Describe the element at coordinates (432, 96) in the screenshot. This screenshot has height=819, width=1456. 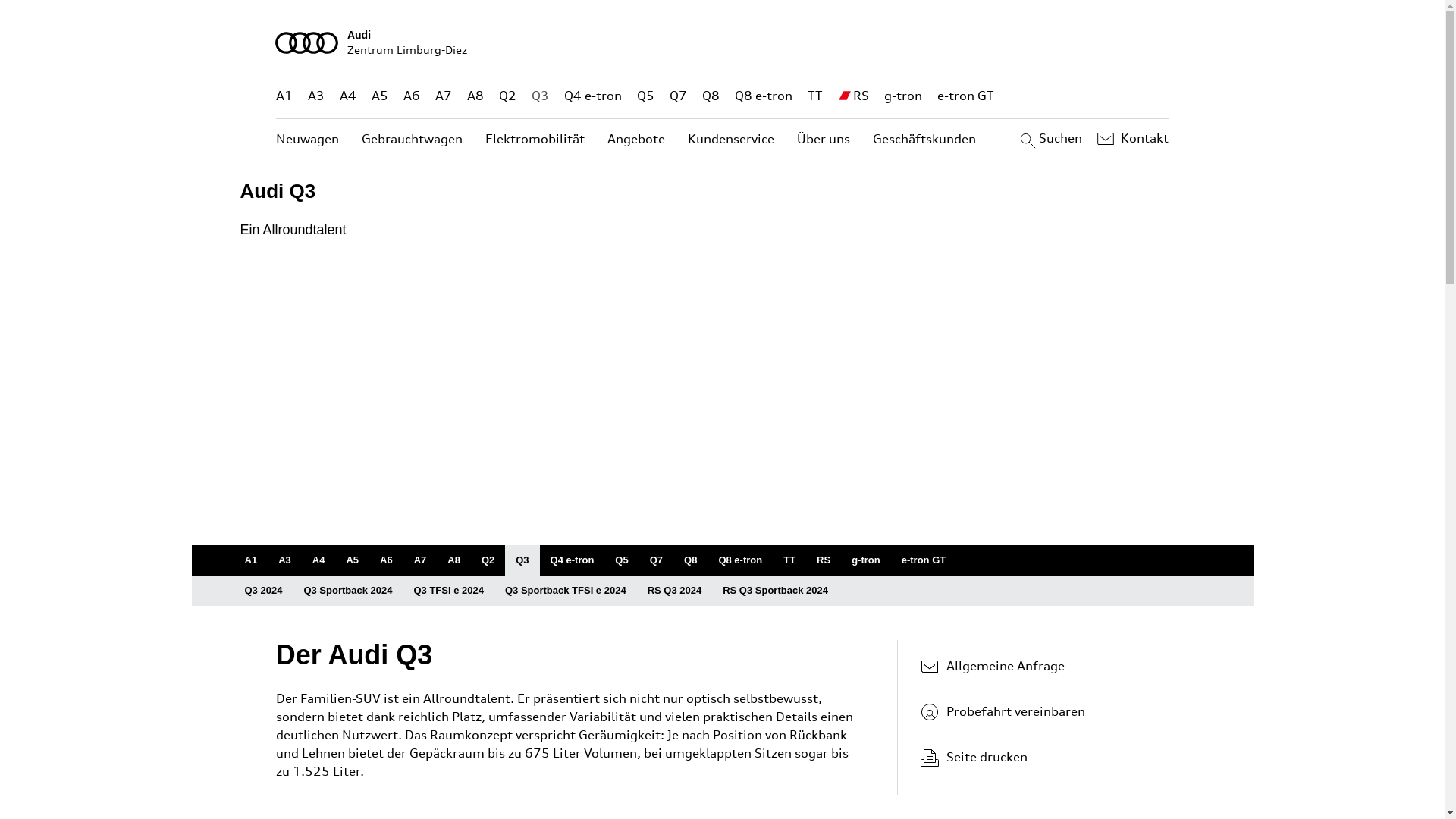
I see `'A7'` at that location.